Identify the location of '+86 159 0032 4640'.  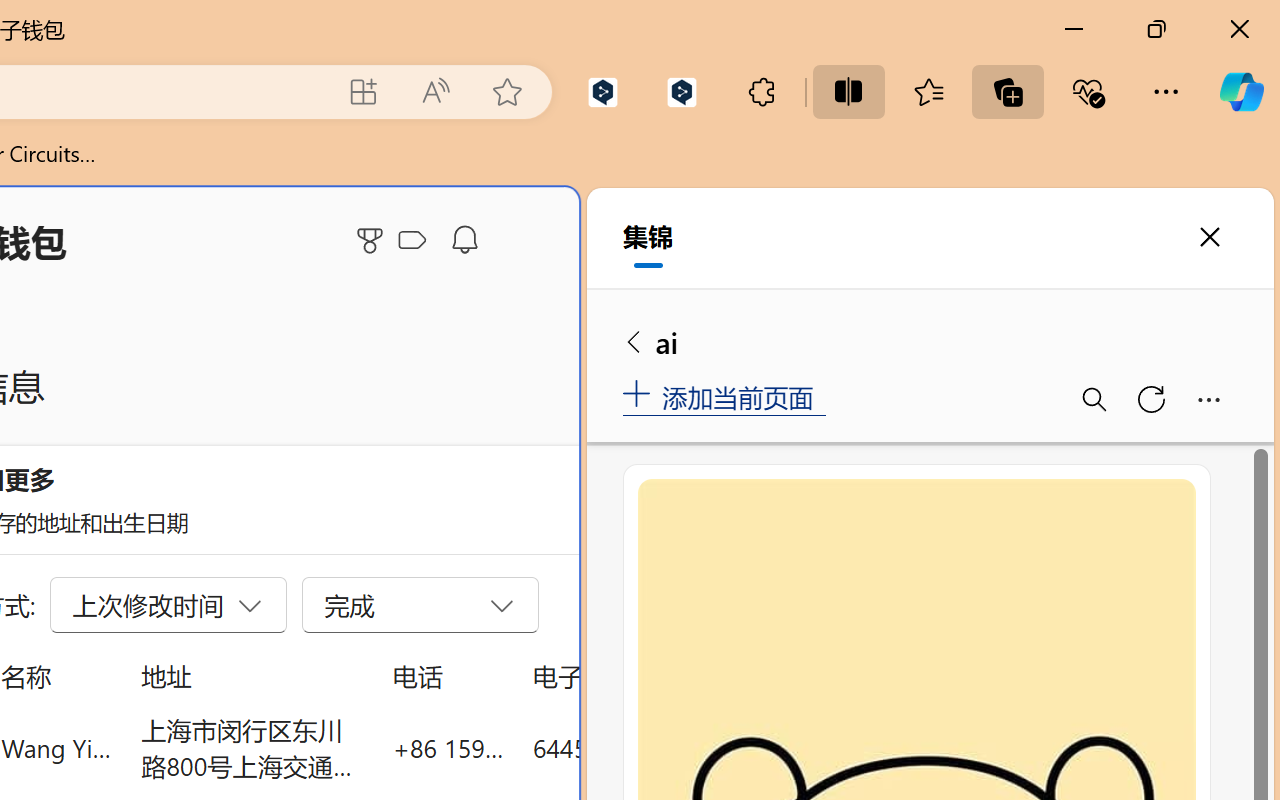
(447, 747).